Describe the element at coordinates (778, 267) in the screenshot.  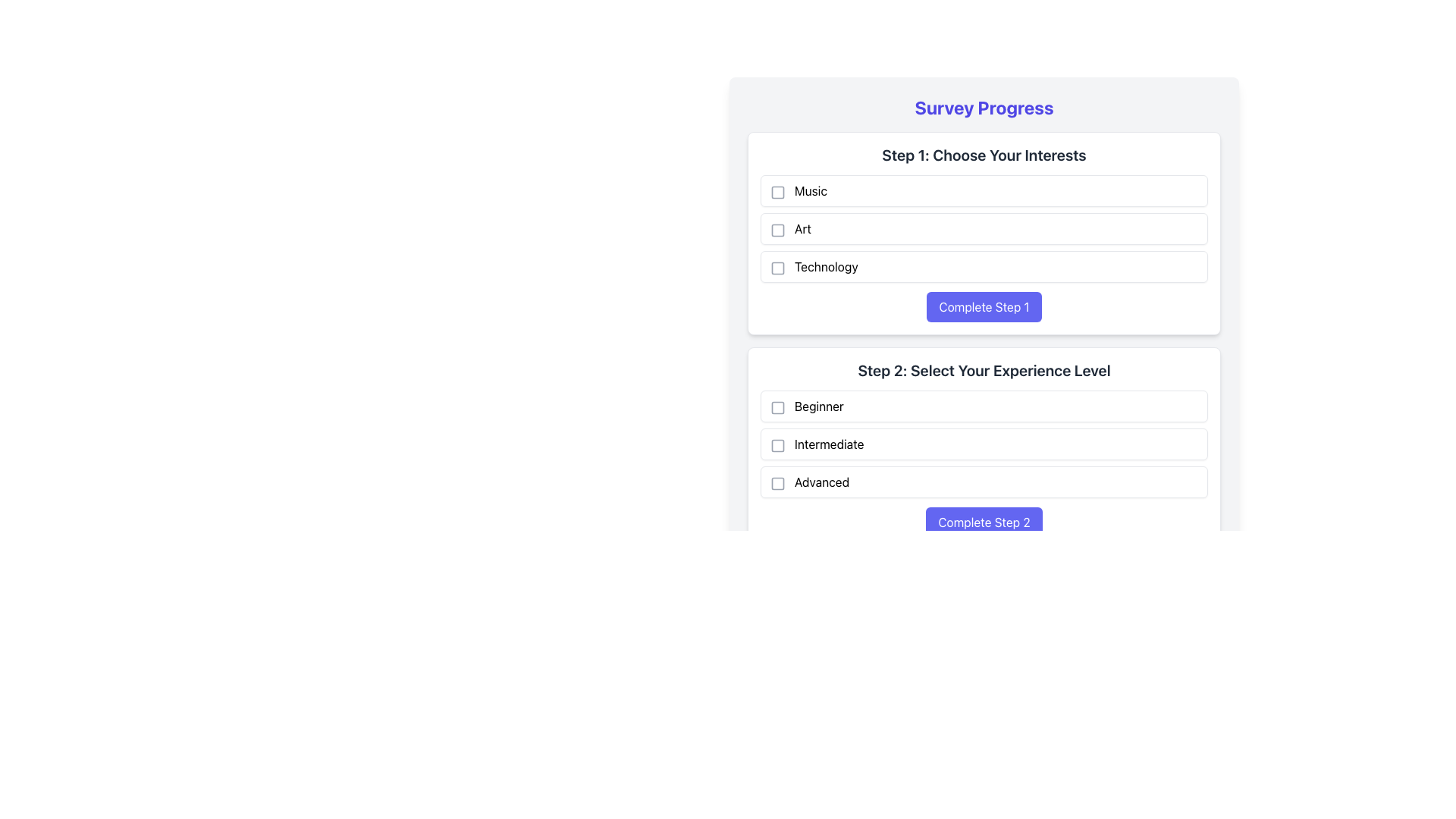
I see `the checkbox indicator for the 'Technology' option in the 'Step 1: Choose Your Interests' section, which is a square with a size of 18px and rounded corners` at that location.